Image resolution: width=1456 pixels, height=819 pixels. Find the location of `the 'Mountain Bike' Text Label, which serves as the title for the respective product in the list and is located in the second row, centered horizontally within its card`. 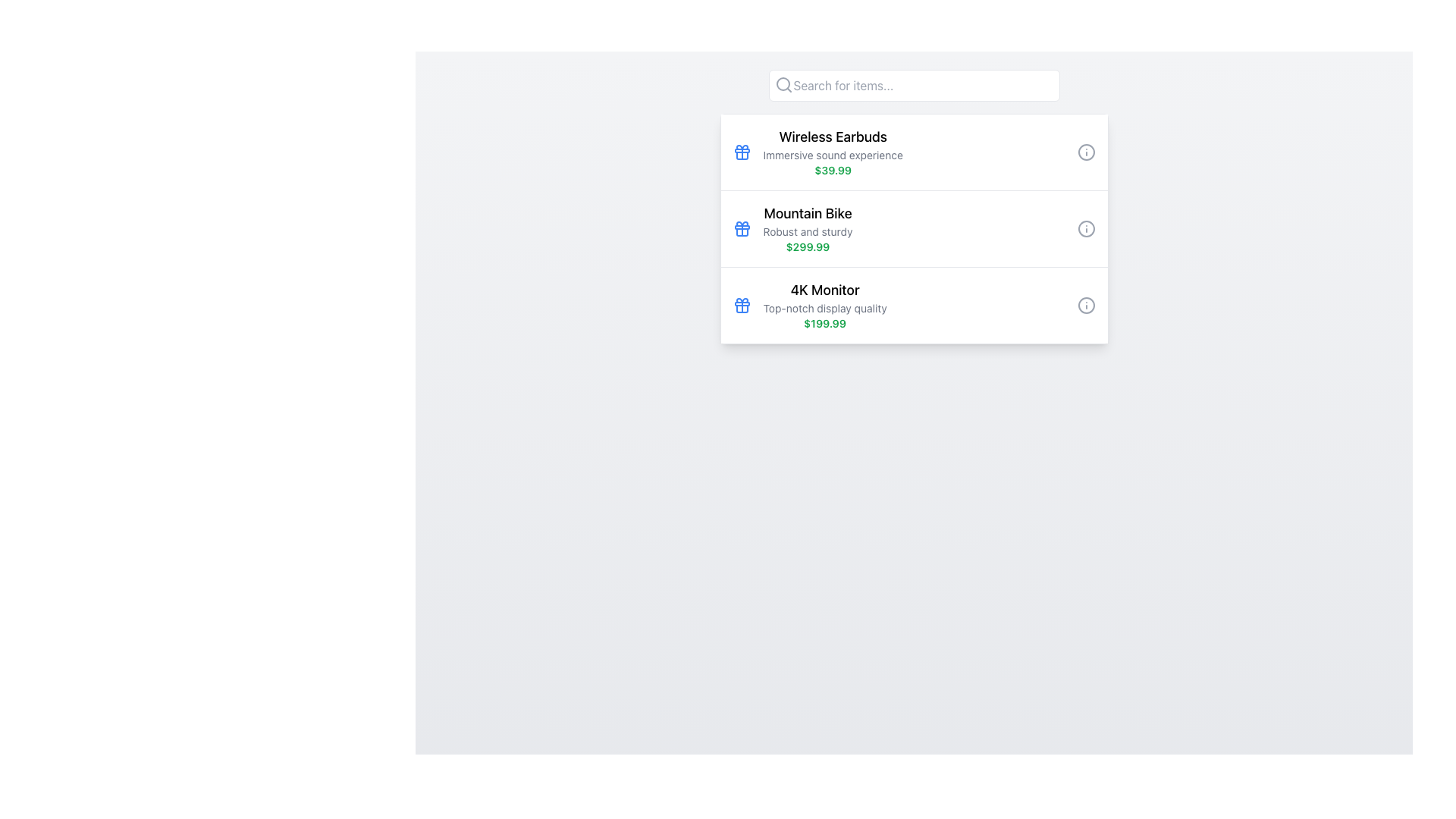

the 'Mountain Bike' Text Label, which serves as the title for the respective product in the list and is located in the second row, centered horizontally within its card is located at coordinates (807, 213).